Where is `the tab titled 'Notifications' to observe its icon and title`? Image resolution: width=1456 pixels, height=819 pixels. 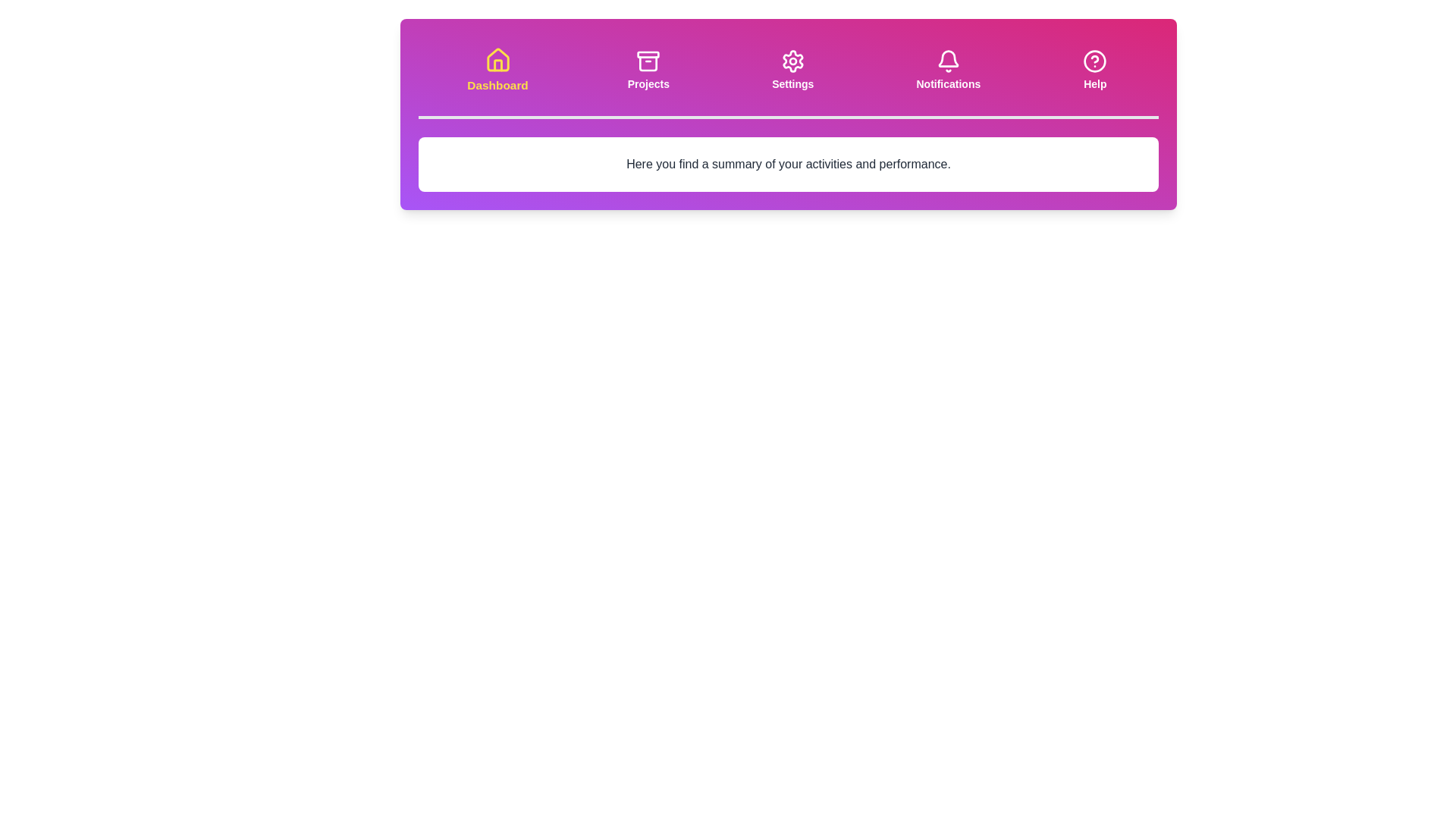 the tab titled 'Notifications' to observe its icon and title is located at coordinates (948, 70).